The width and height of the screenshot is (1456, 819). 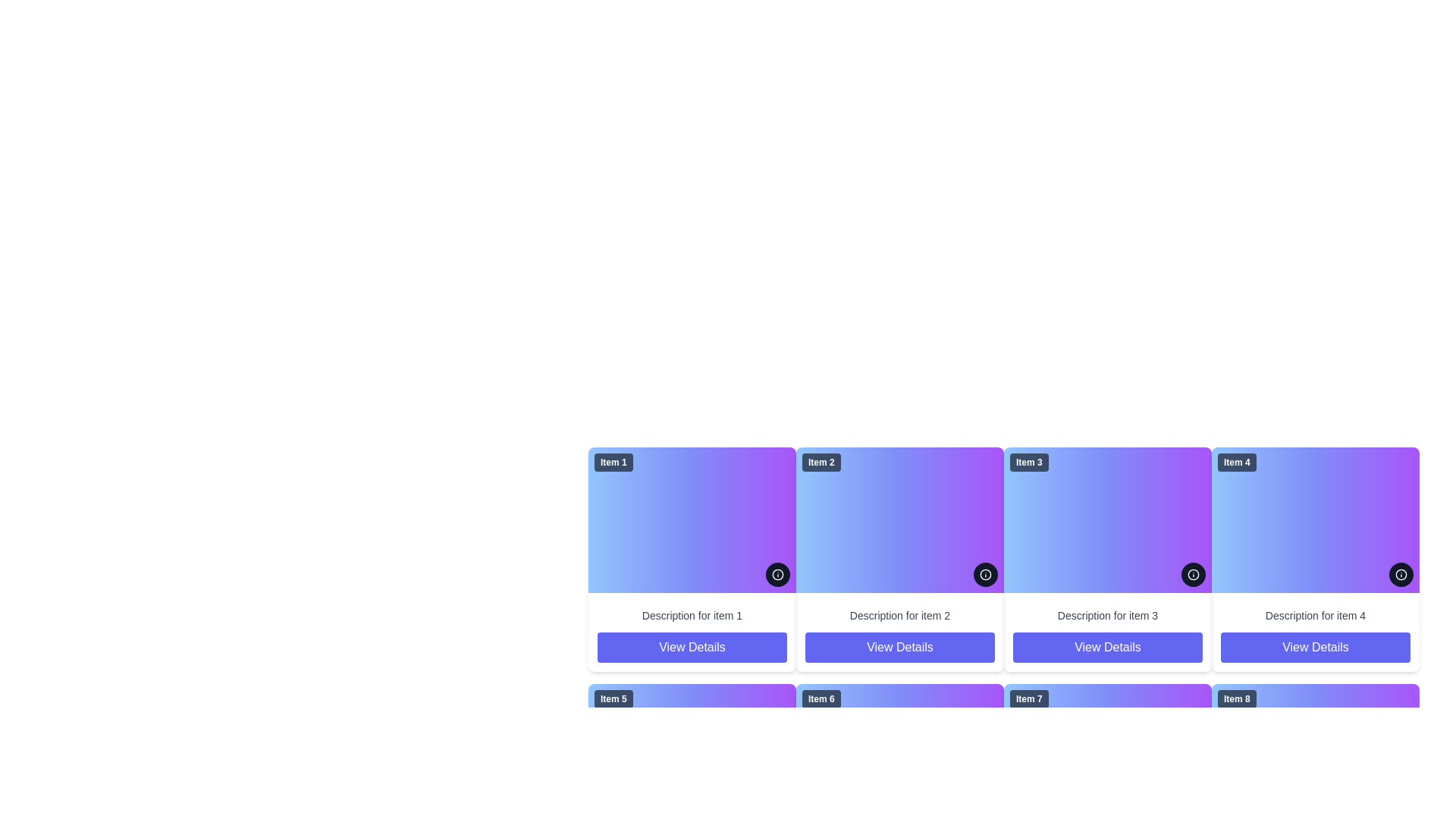 What do you see at coordinates (1401, 575) in the screenshot?
I see `the information icon button, which is a white 'i' on a dark circular background, located in the bottom-right corner of the card labeled 'Item 4'` at bounding box center [1401, 575].